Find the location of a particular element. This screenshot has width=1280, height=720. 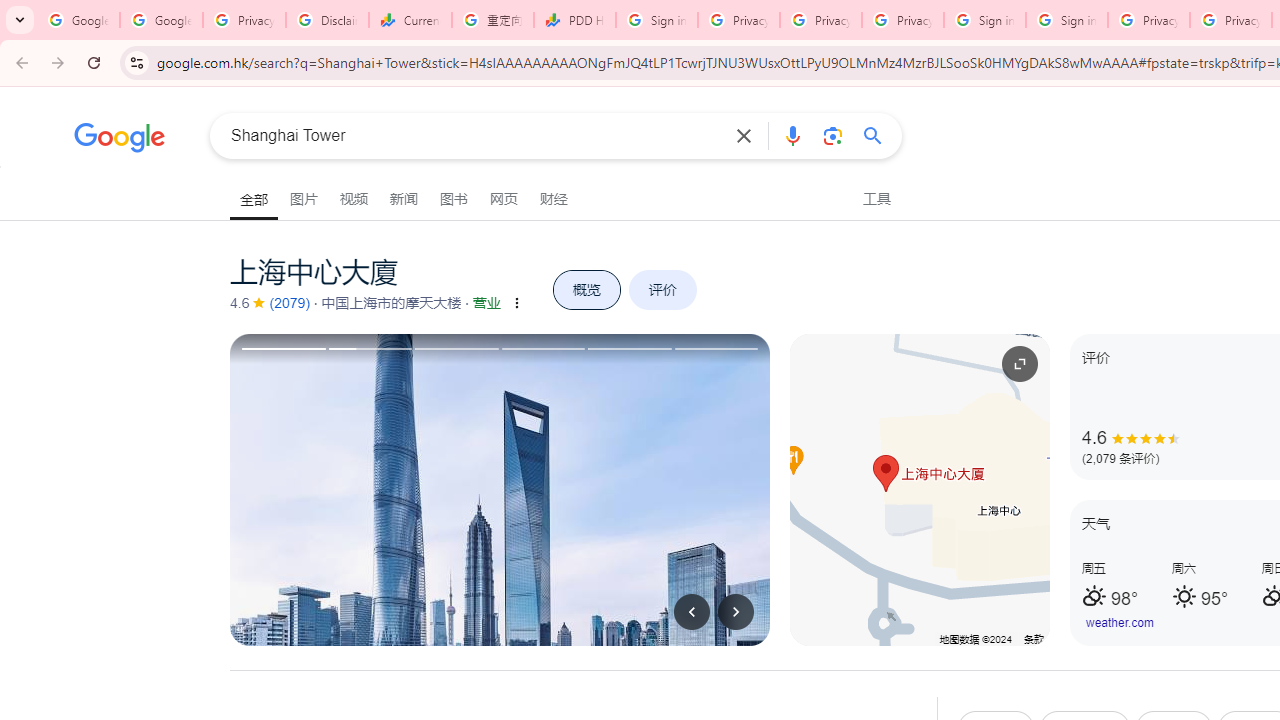

'View site information' is located at coordinates (135, 61).